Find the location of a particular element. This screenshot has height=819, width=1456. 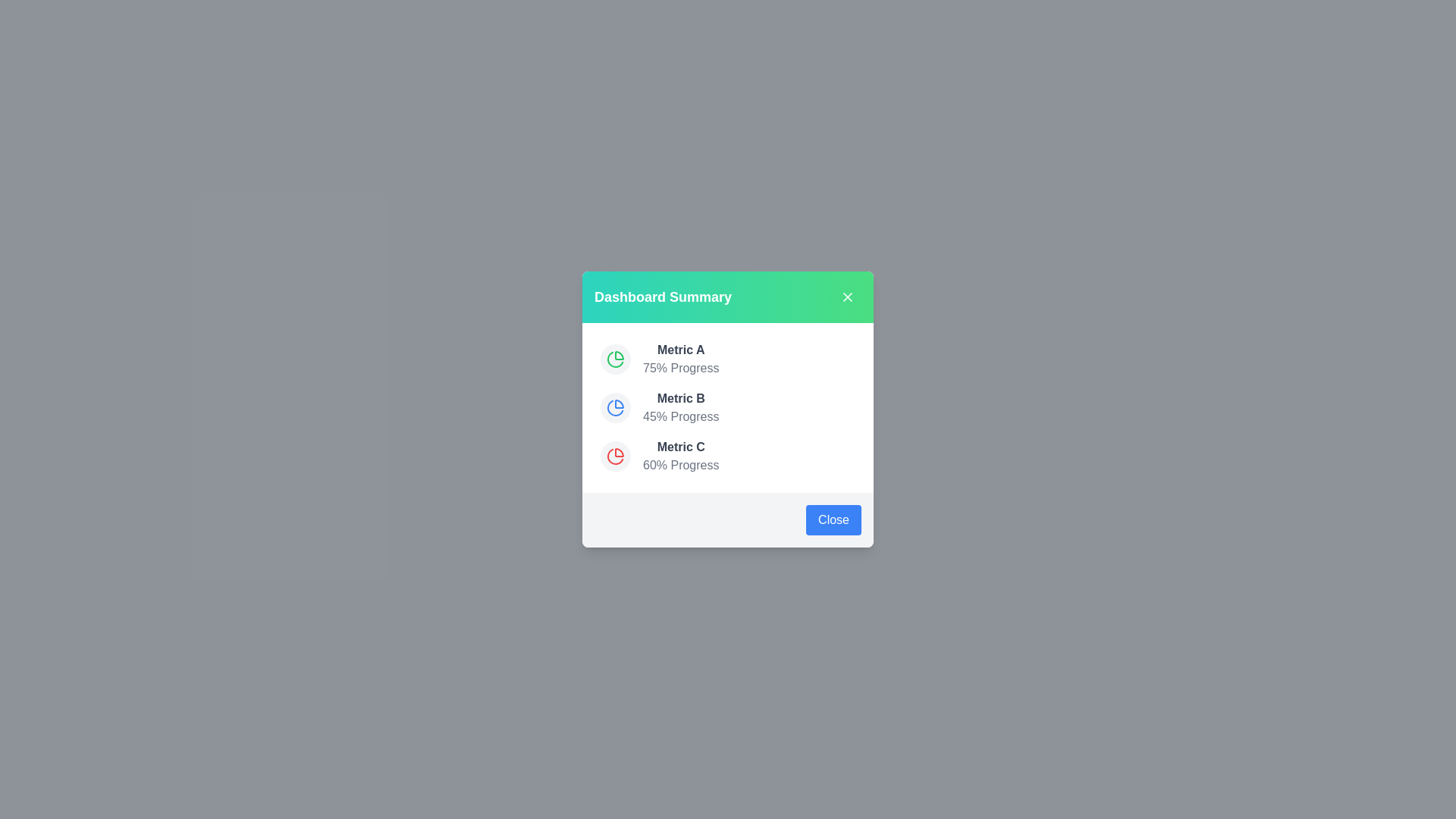

the pie chart icon for Metric A is located at coordinates (615, 359).